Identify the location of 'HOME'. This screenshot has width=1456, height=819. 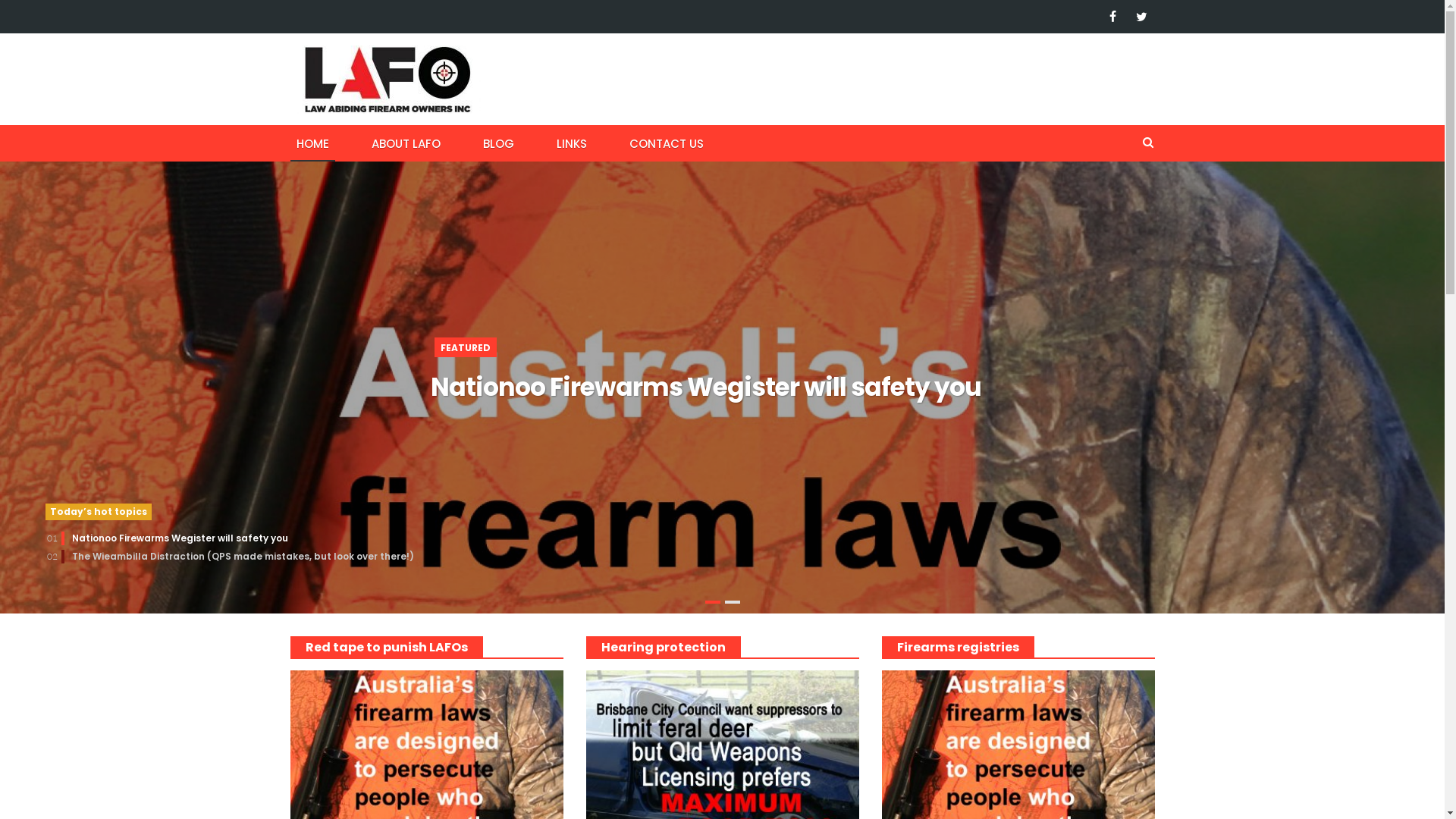
(290, 143).